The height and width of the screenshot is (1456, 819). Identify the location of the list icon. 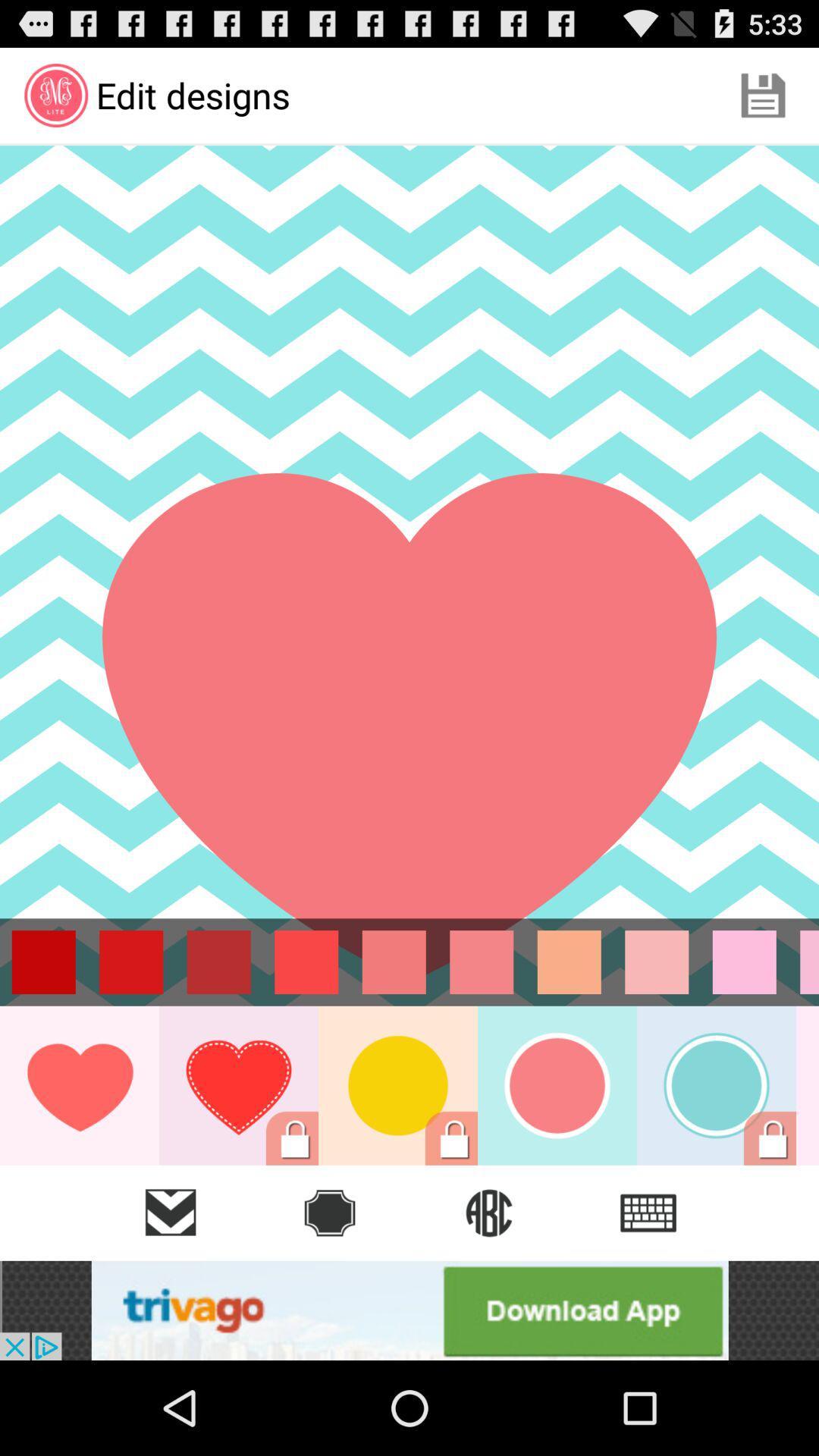
(648, 1212).